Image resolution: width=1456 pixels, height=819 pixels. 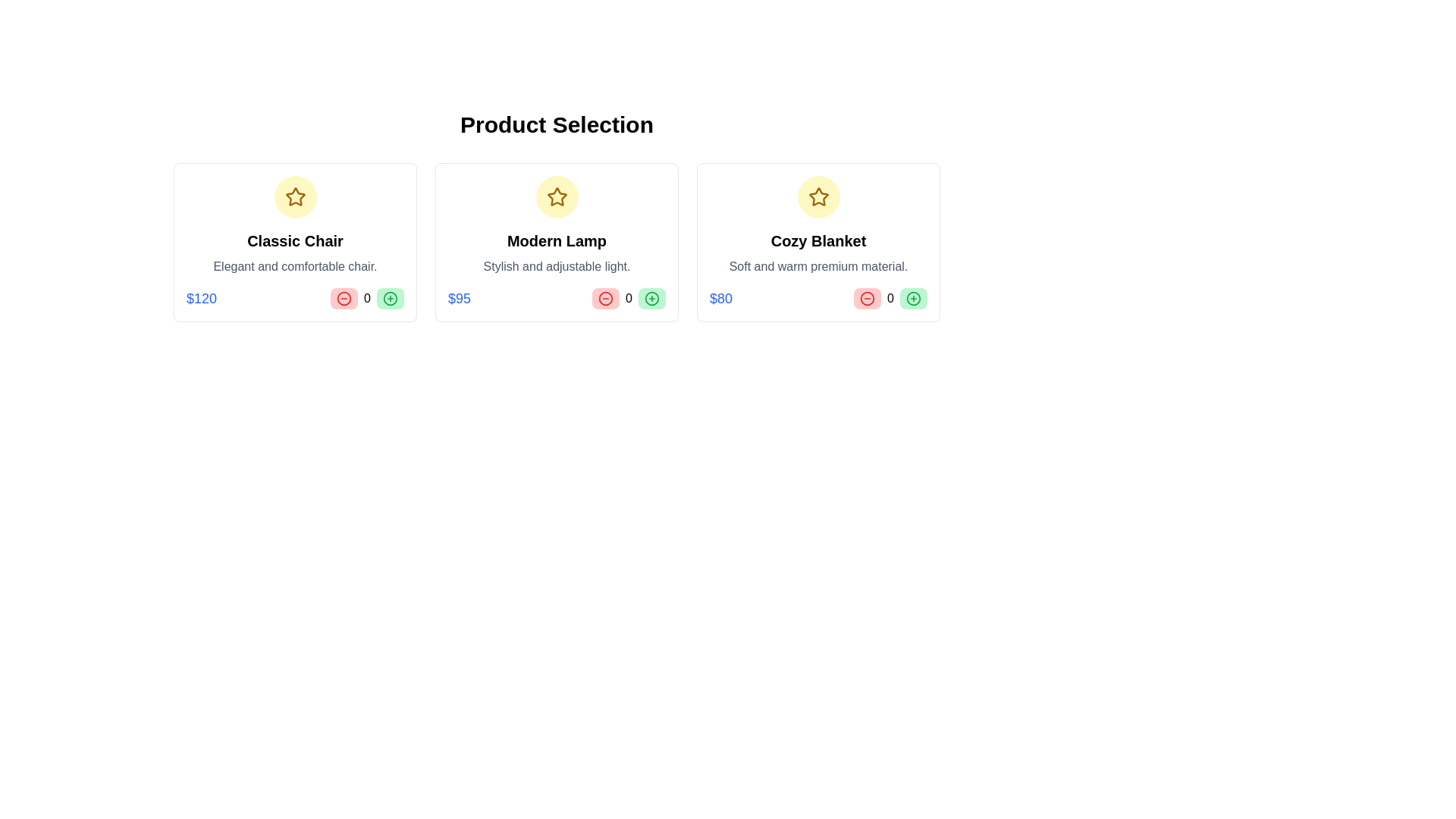 I want to click on the 'Decrease Quantity' button located at the bottom section of the 'Classic Chair' product card to decrement the quantity, so click(x=344, y=298).